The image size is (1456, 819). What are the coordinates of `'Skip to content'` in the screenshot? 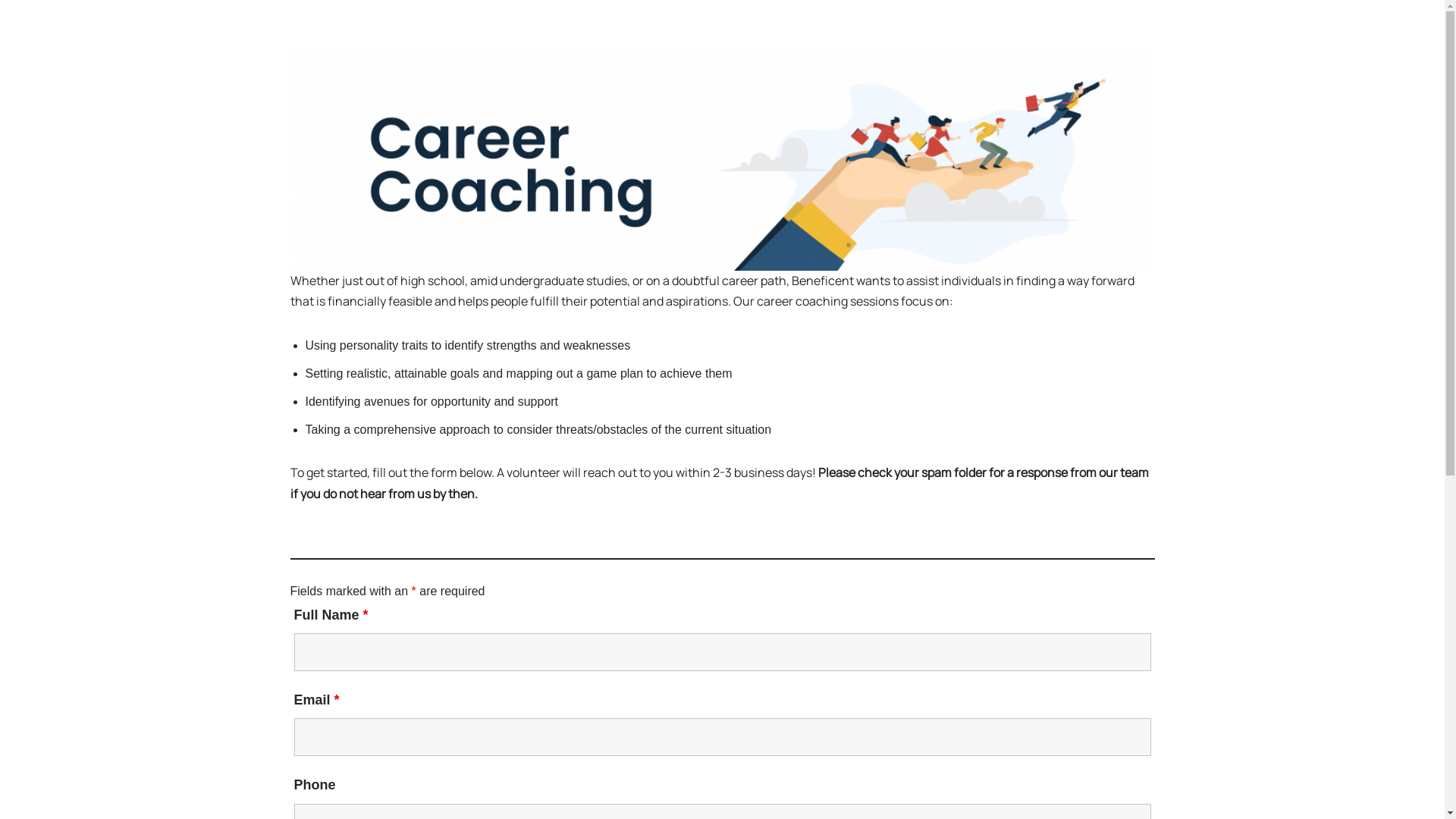 It's located at (0, 32).